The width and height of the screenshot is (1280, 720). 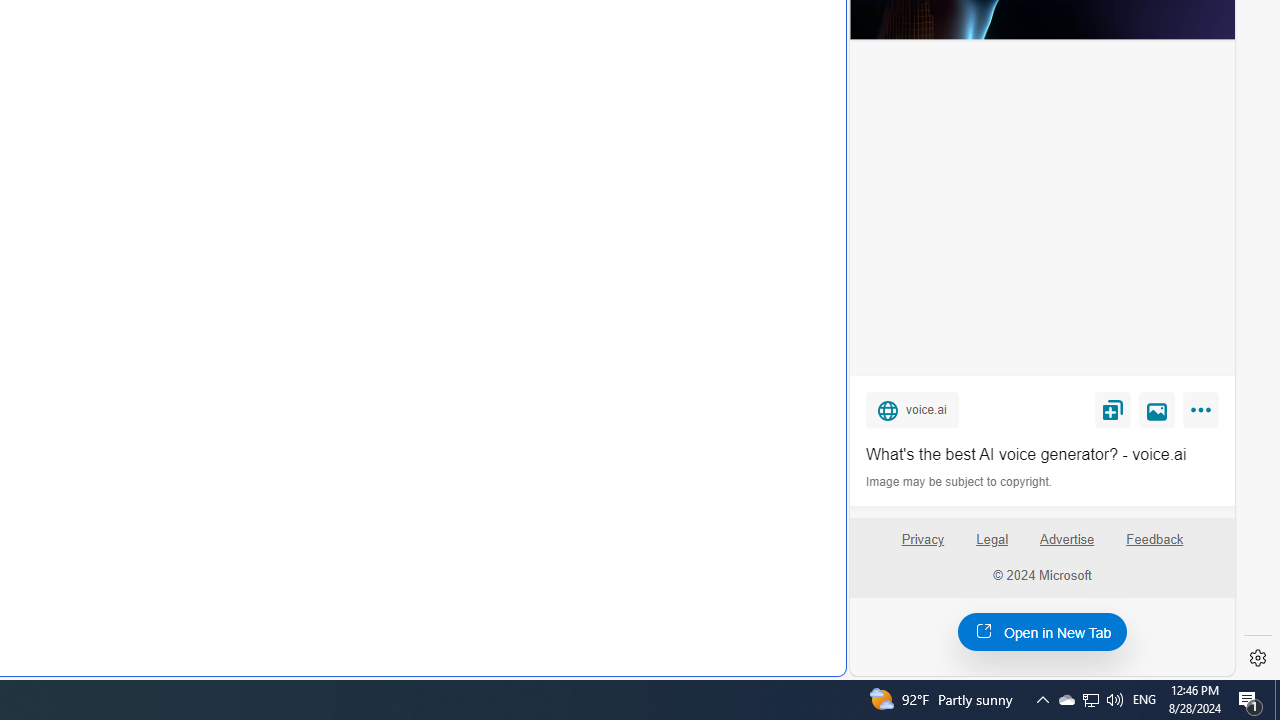 I want to click on 'Settings', so click(x=1257, y=658).